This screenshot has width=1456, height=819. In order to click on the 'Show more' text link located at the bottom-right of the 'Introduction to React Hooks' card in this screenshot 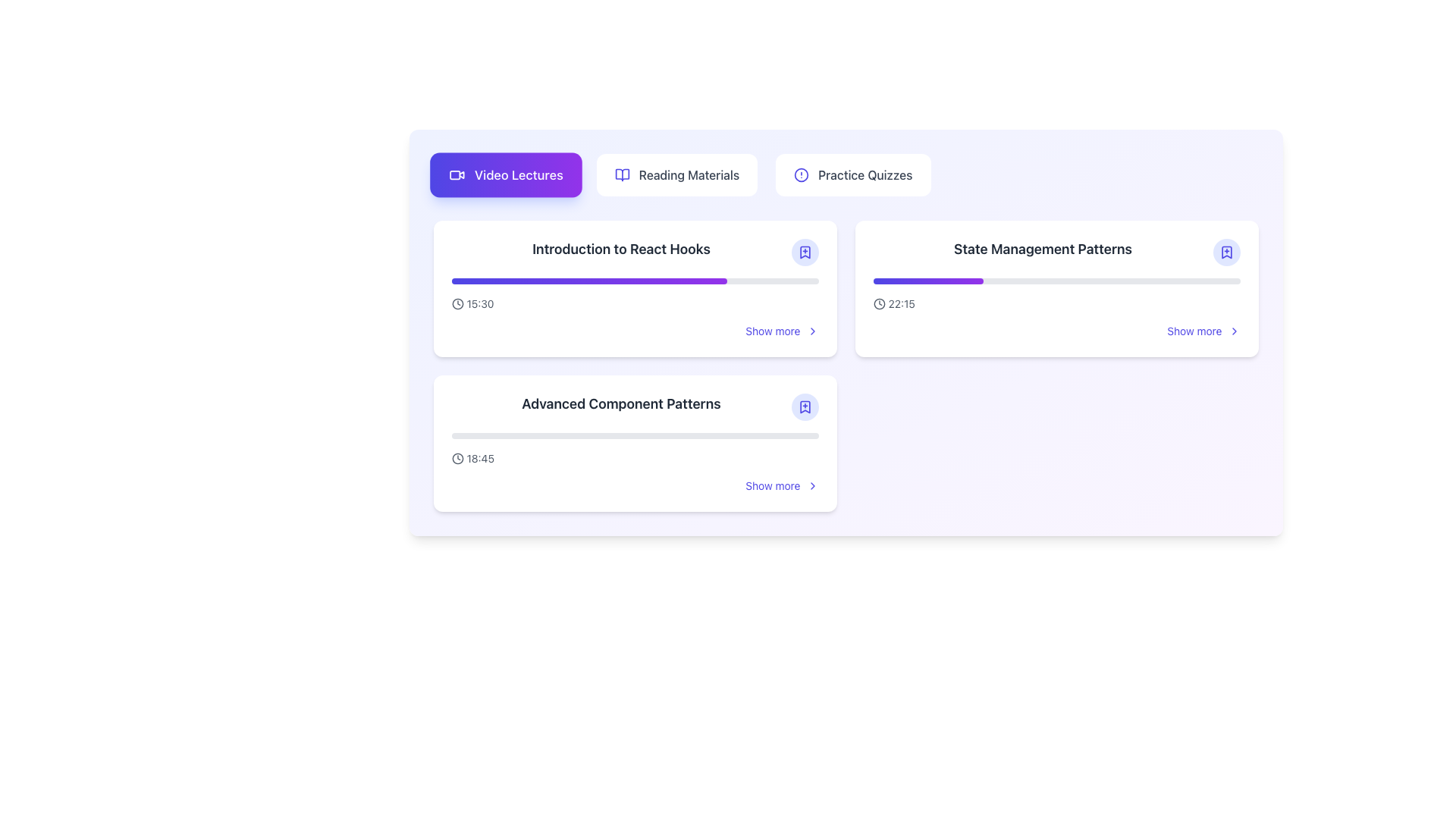, I will do `click(773, 330)`.